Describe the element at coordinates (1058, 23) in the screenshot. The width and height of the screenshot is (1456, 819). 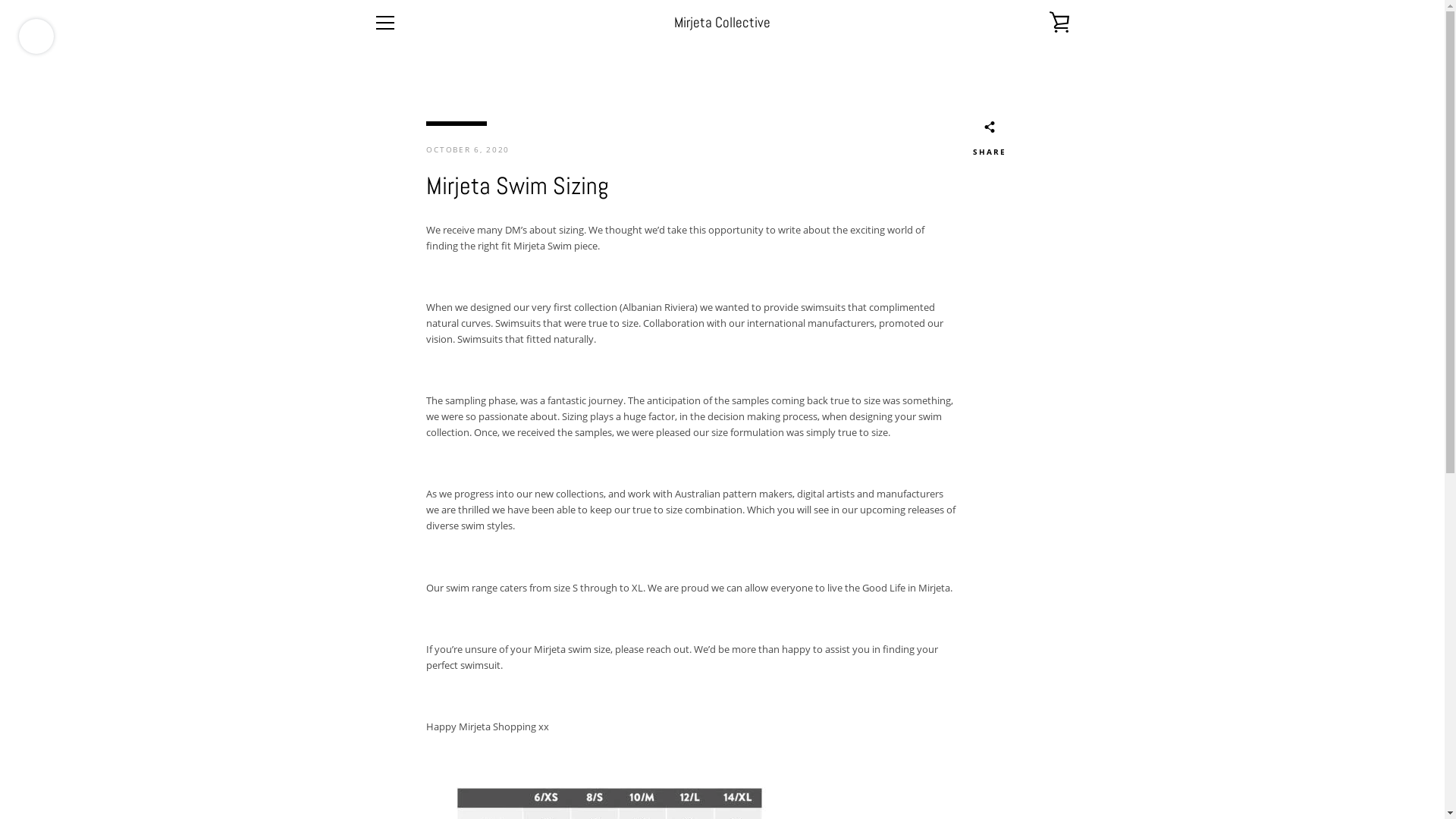
I see `'VIEW CART'` at that location.